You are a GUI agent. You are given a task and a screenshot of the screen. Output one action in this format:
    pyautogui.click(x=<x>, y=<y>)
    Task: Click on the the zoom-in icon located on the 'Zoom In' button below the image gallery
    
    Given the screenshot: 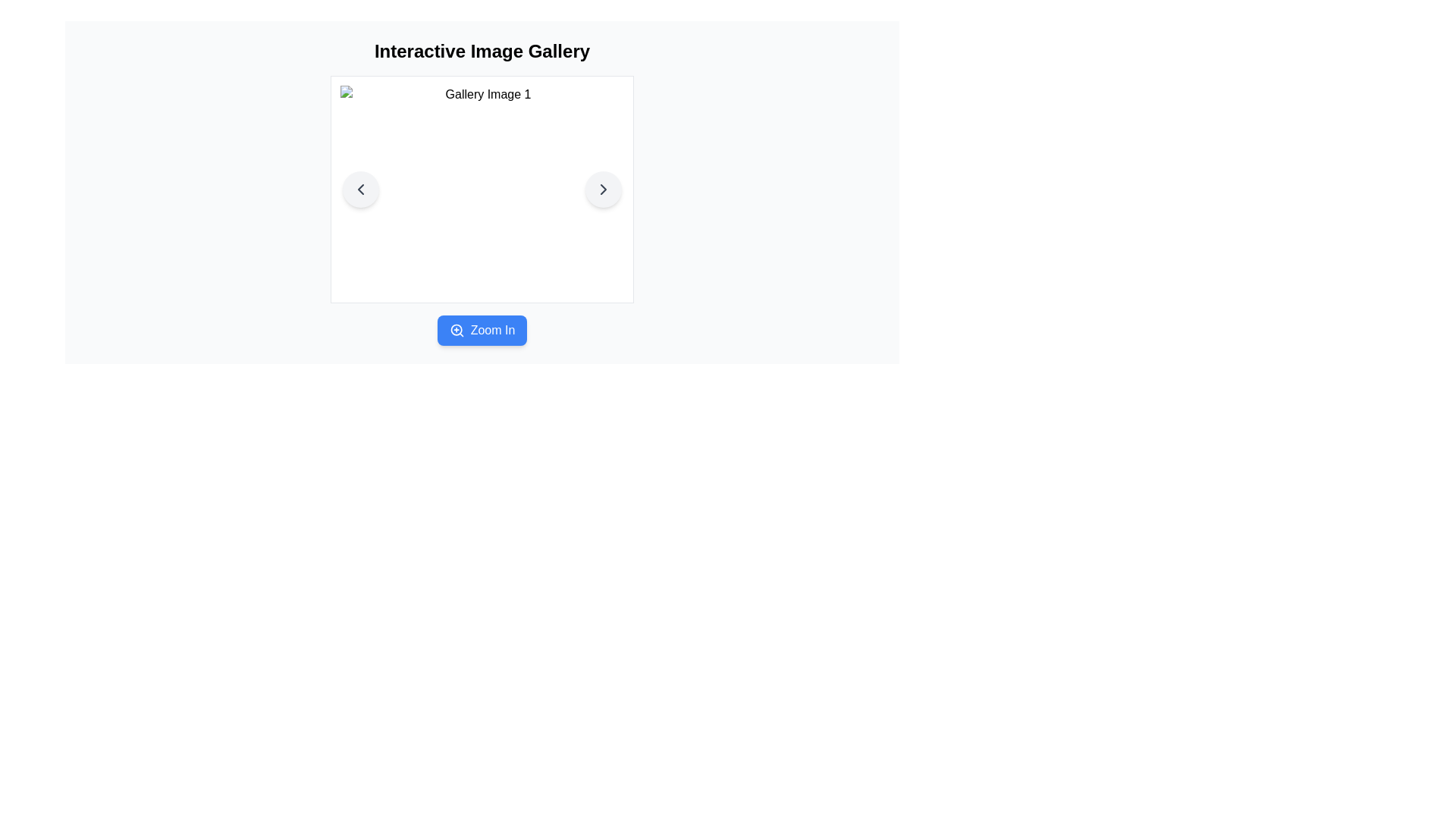 What is the action you would take?
    pyautogui.click(x=455, y=329)
    